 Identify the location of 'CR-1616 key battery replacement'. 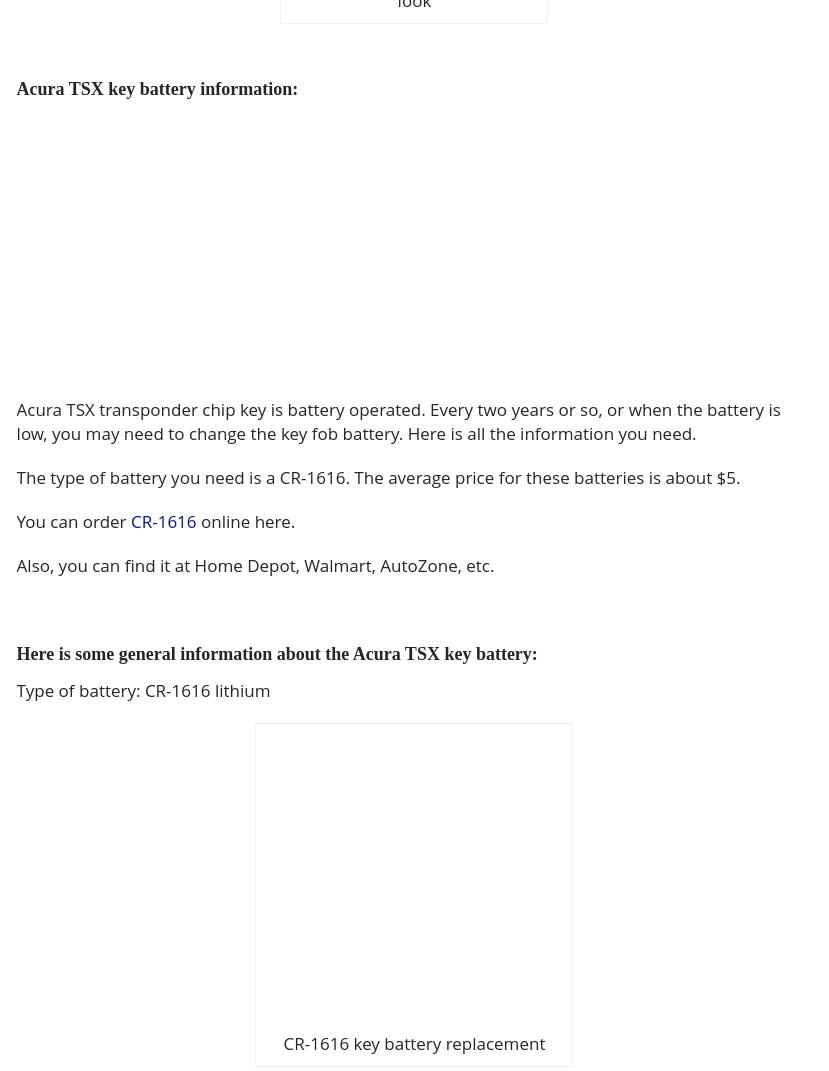
(282, 1043).